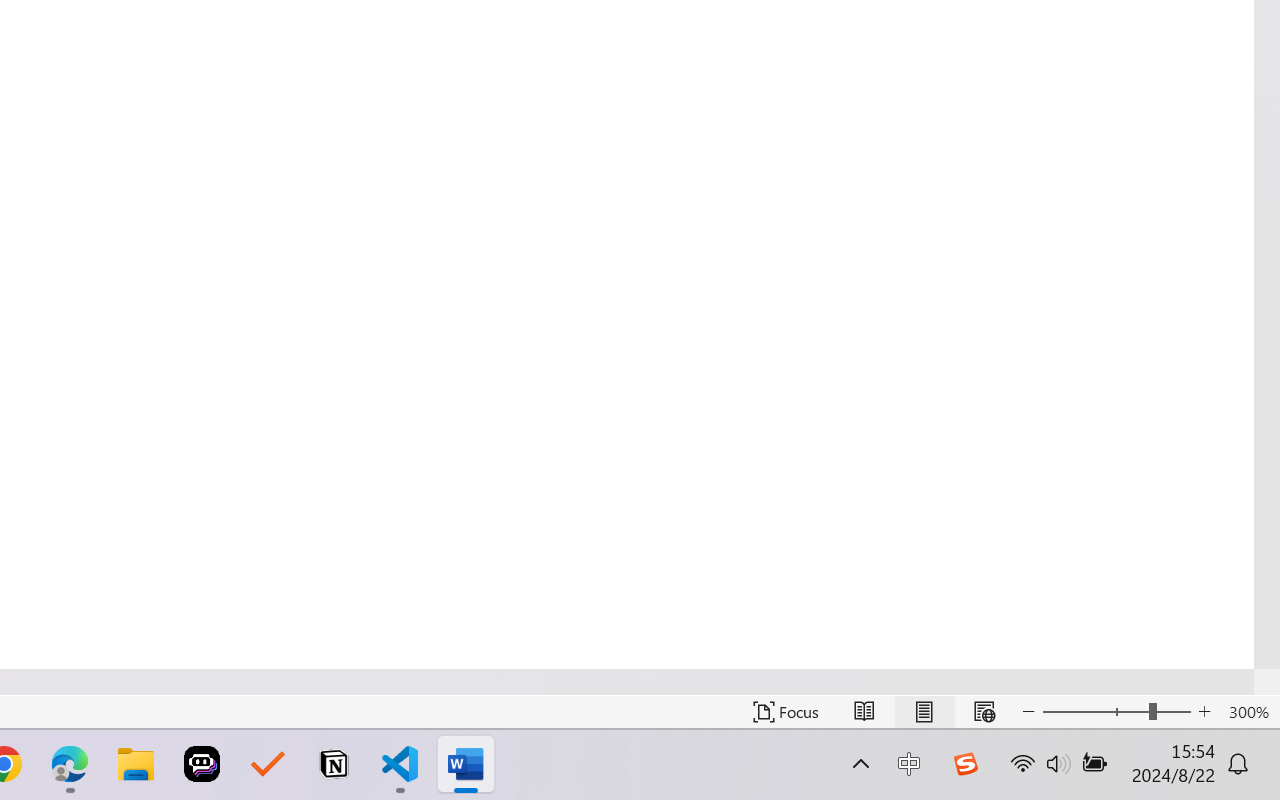  Describe the element at coordinates (785, 711) in the screenshot. I see `'Focus '` at that location.